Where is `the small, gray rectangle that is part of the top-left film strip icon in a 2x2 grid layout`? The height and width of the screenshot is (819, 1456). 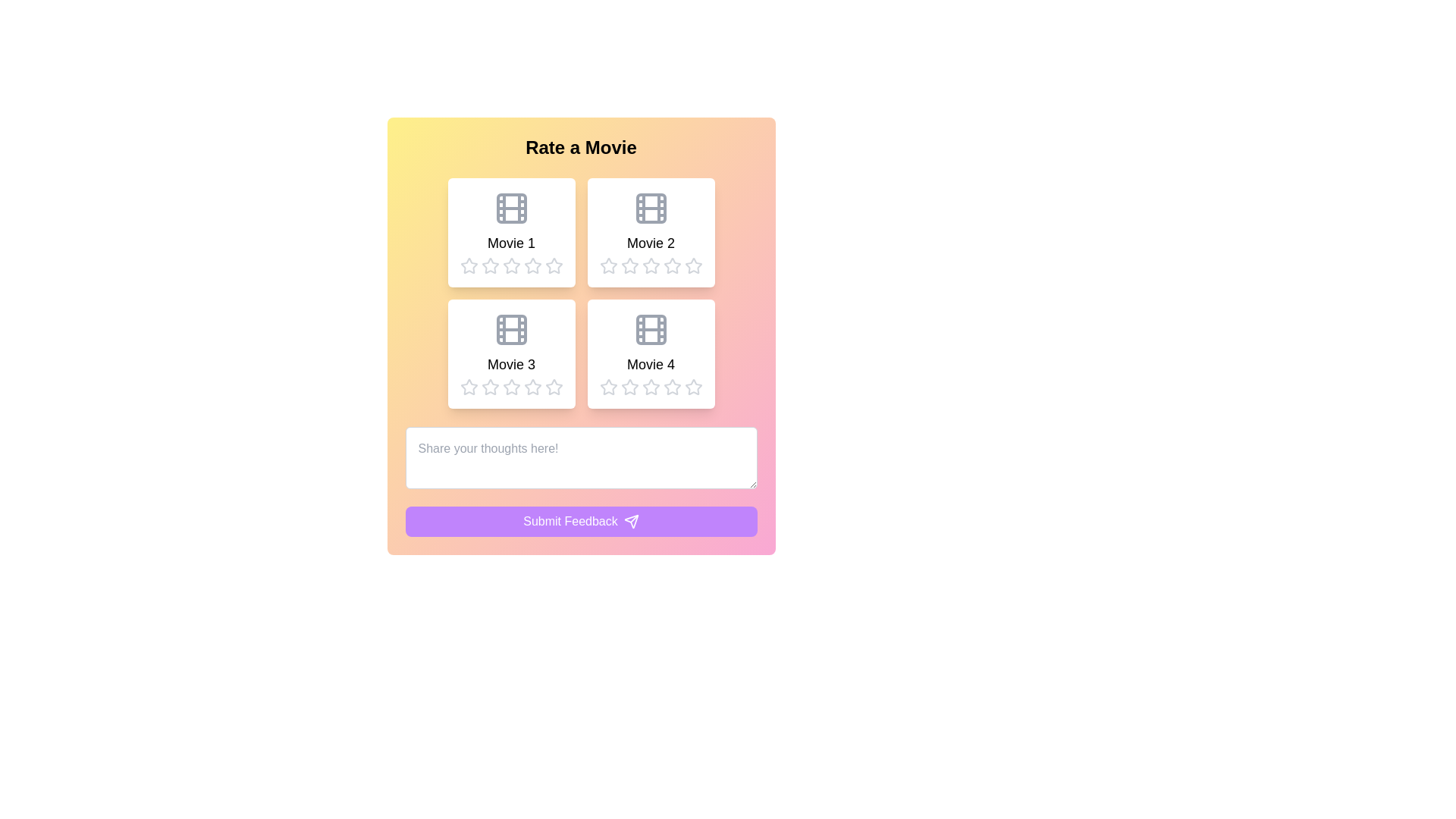 the small, gray rectangle that is part of the top-left film strip icon in a 2x2 grid layout is located at coordinates (511, 208).